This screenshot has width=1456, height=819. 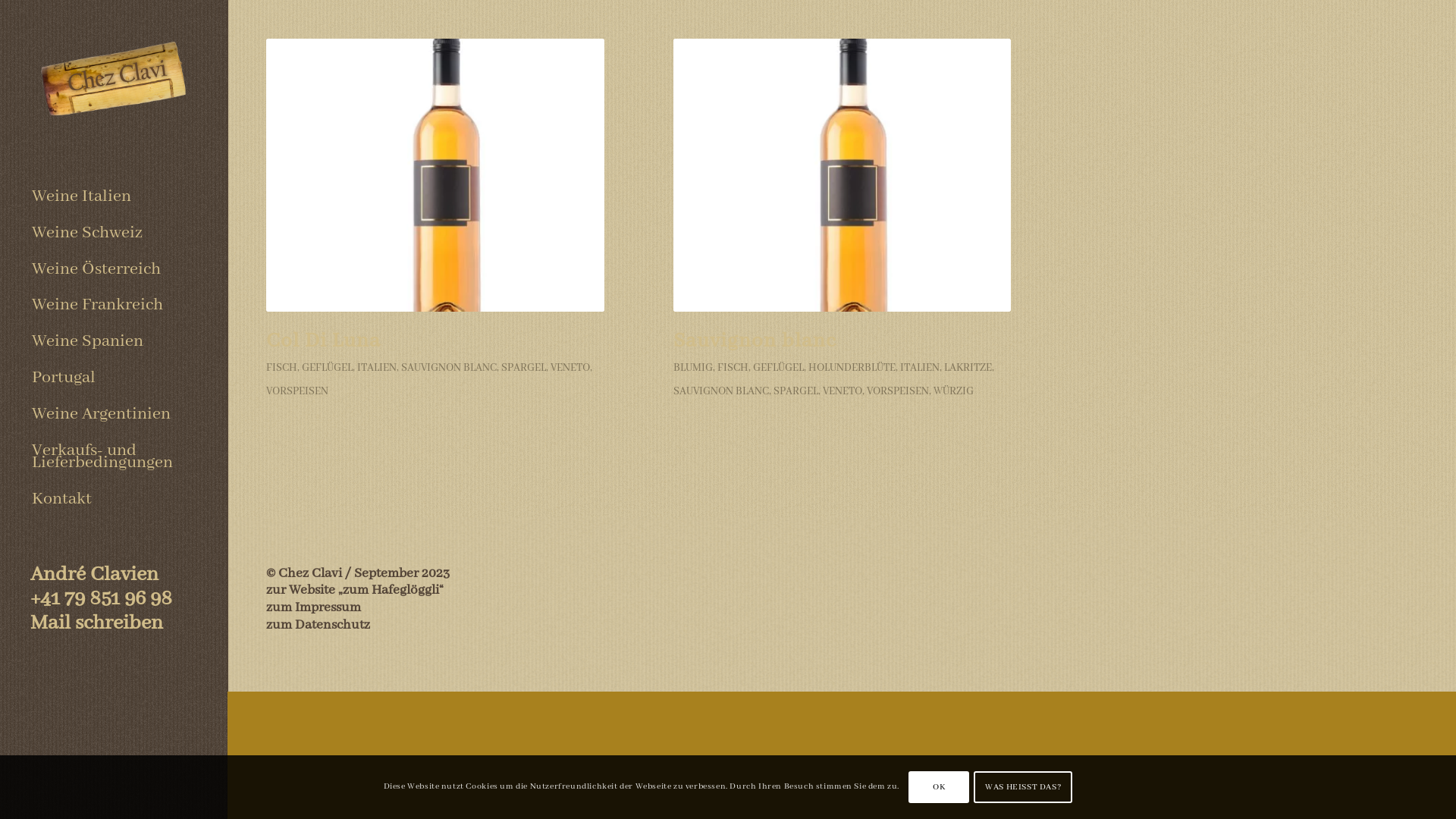 I want to click on 'VENETO', so click(x=570, y=368).